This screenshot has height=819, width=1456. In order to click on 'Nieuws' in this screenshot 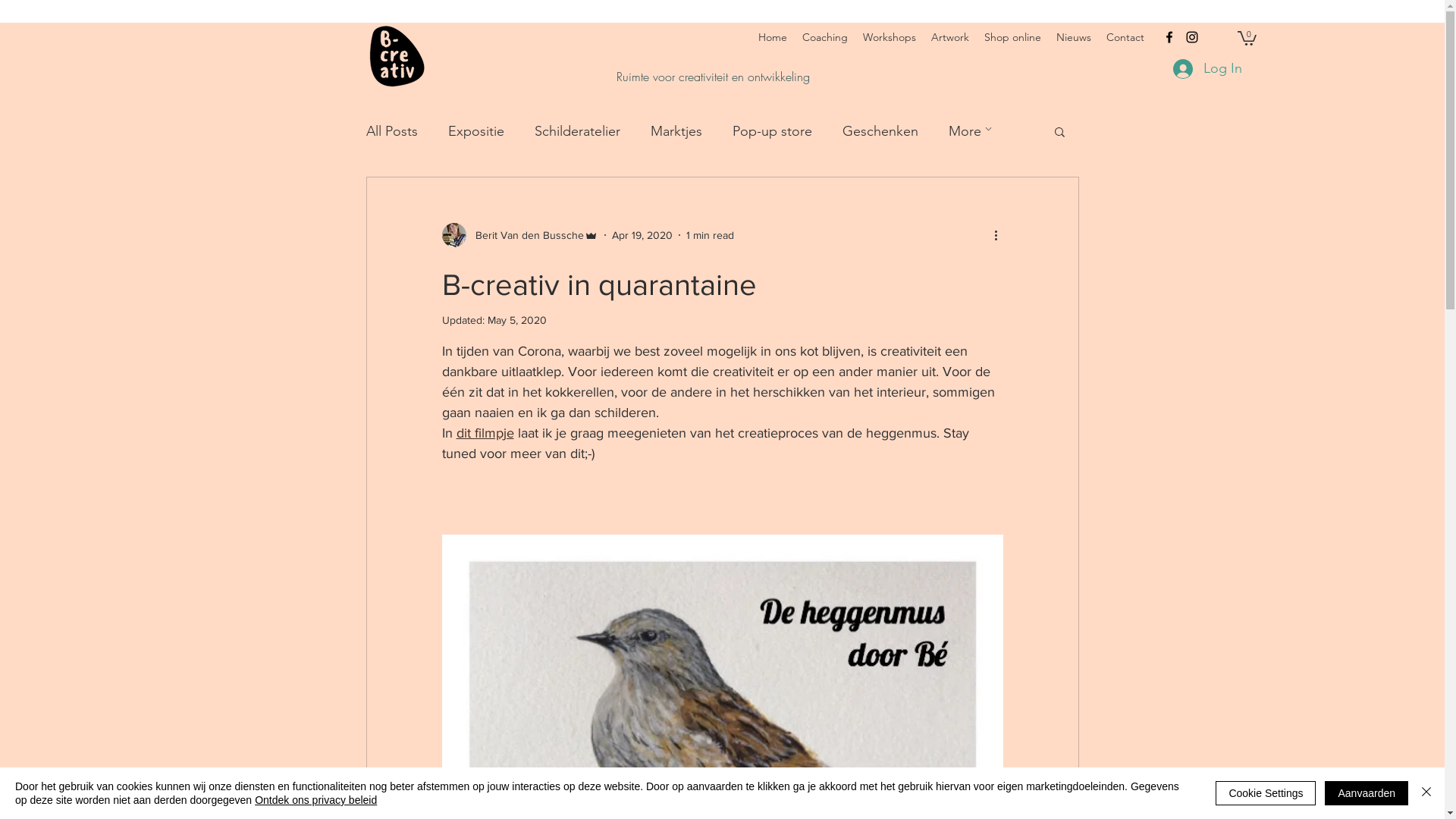, I will do `click(1073, 36)`.